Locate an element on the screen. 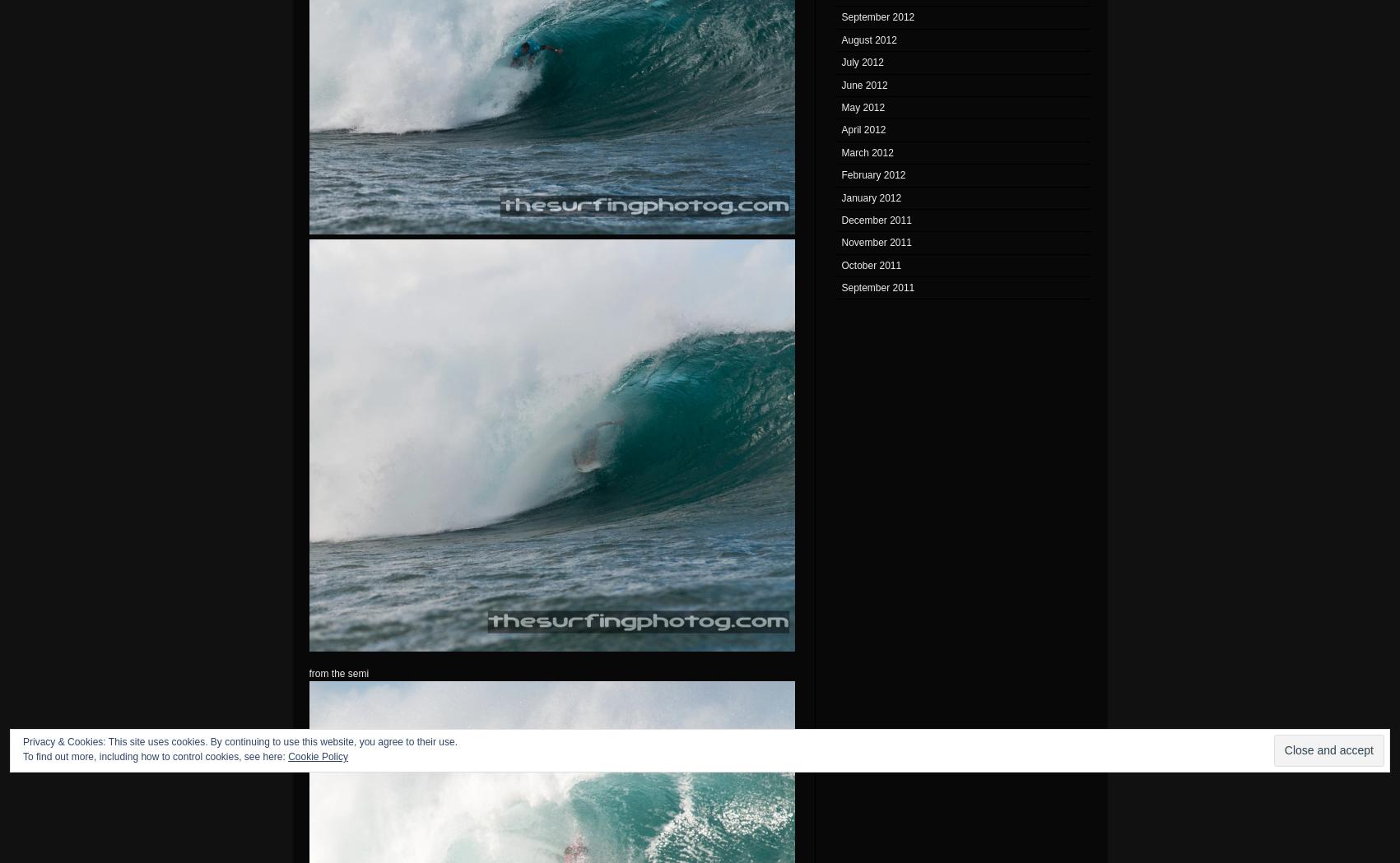 The height and width of the screenshot is (863, 1400). 'from the semi' is located at coordinates (308, 672).